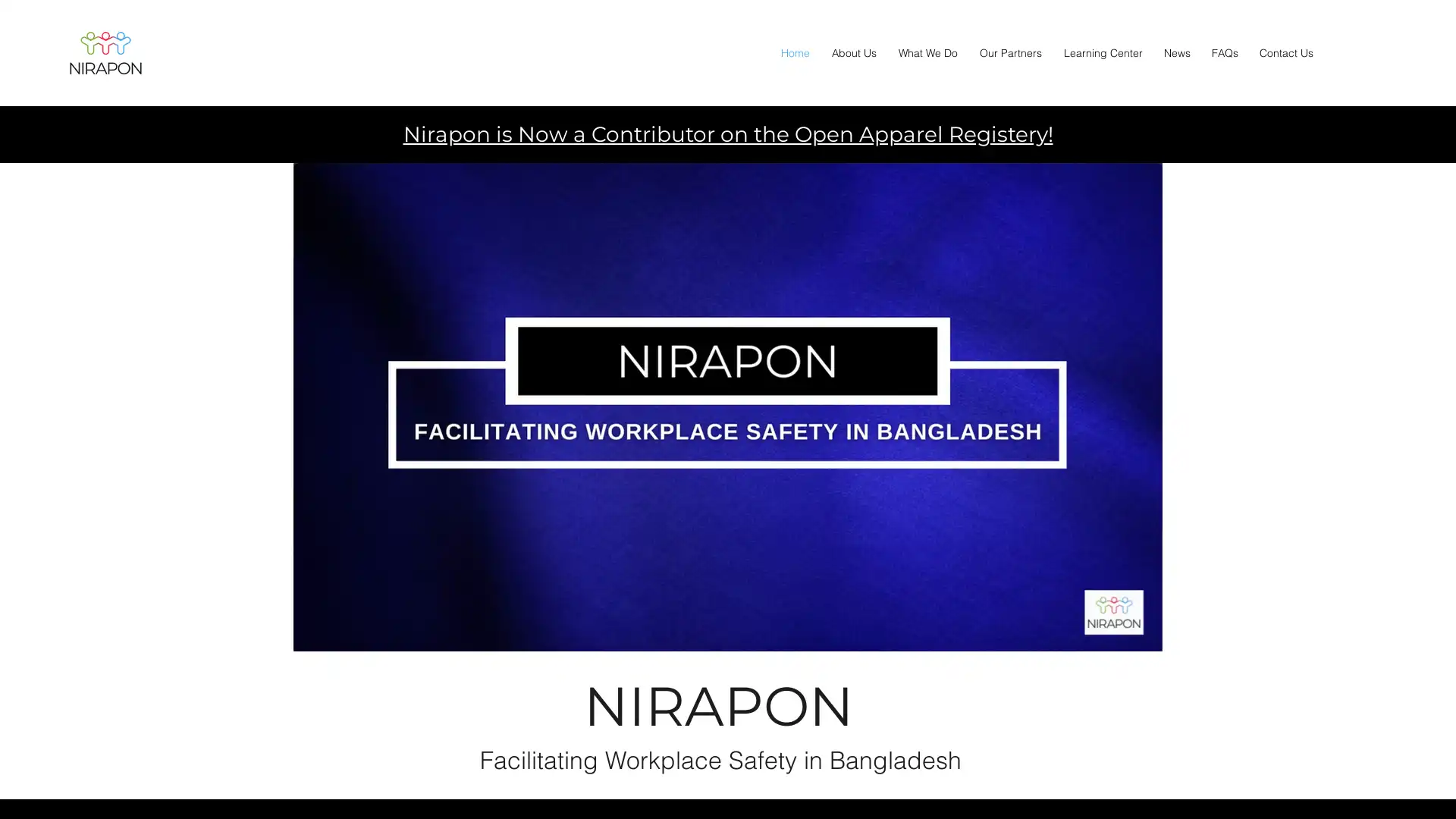  I want to click on Play video, so click(728, 406).